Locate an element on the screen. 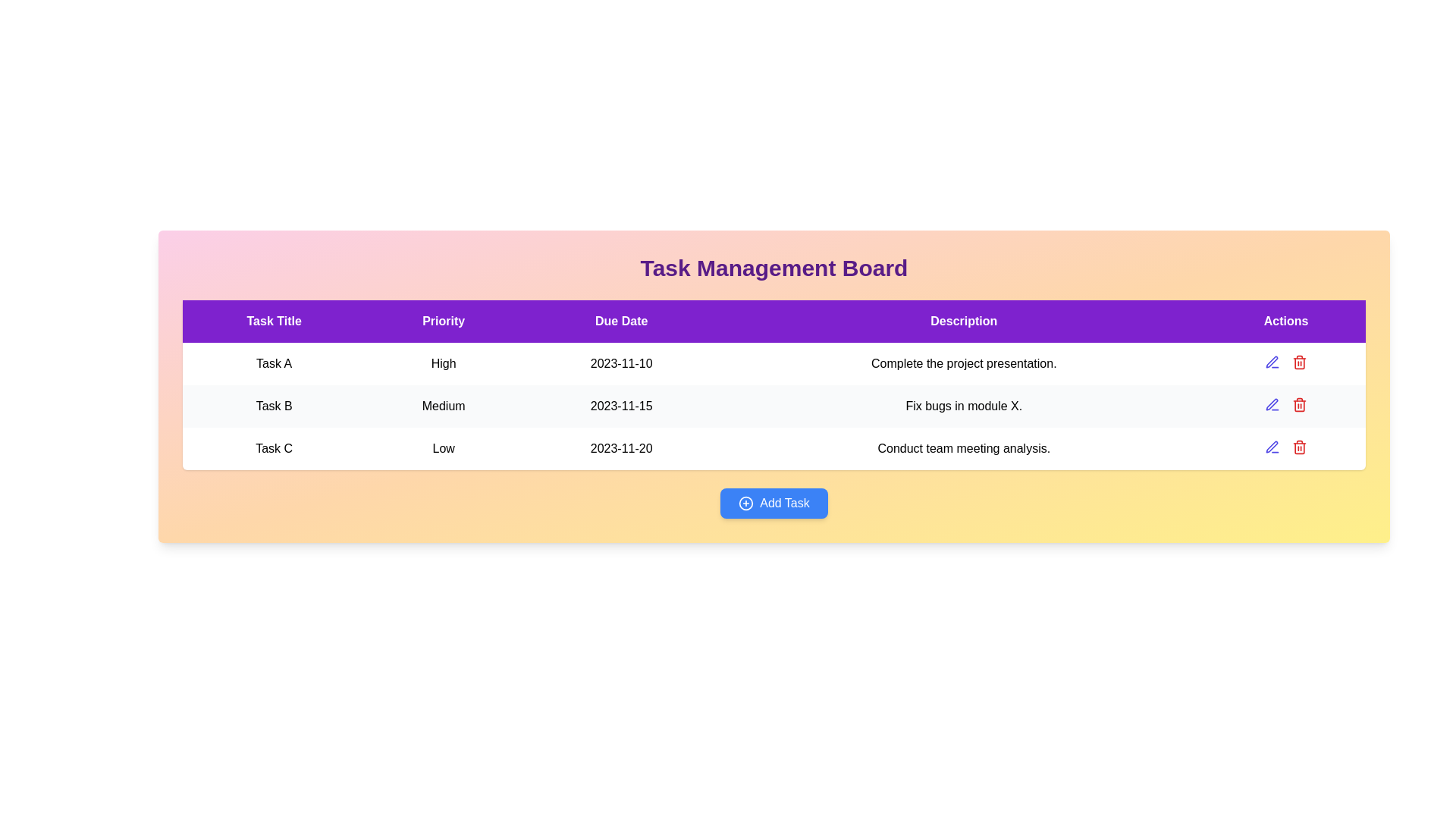 Image resolution: width=1456 pixels, height=819 pixels. the second row of the task table, located between 'Task A' and 'Task C', to use related icons for further actions like editing or deleting is located at coordinates (774, 406).